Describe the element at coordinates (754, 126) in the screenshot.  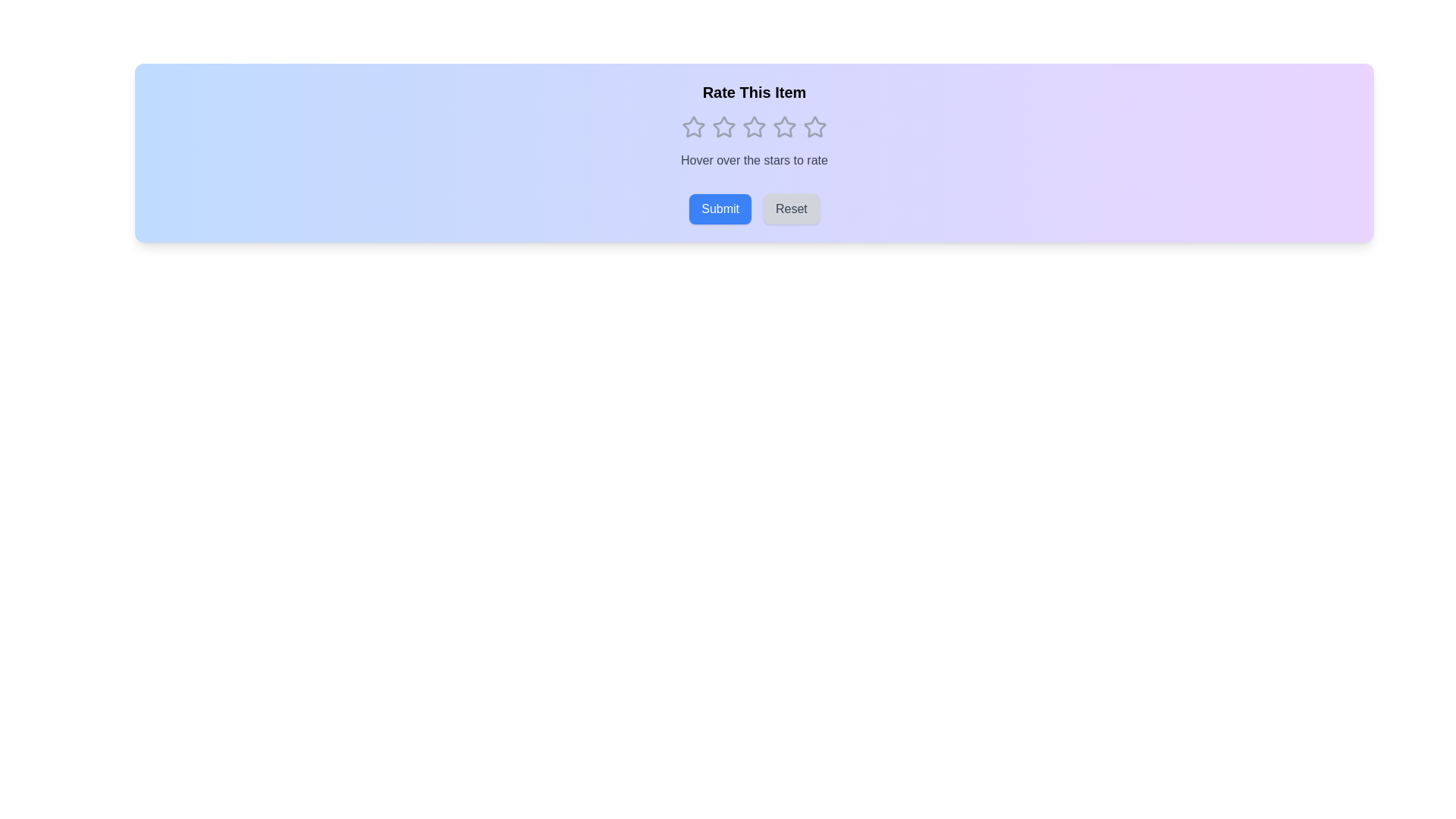
I see `the second star in the rating system` at that location.